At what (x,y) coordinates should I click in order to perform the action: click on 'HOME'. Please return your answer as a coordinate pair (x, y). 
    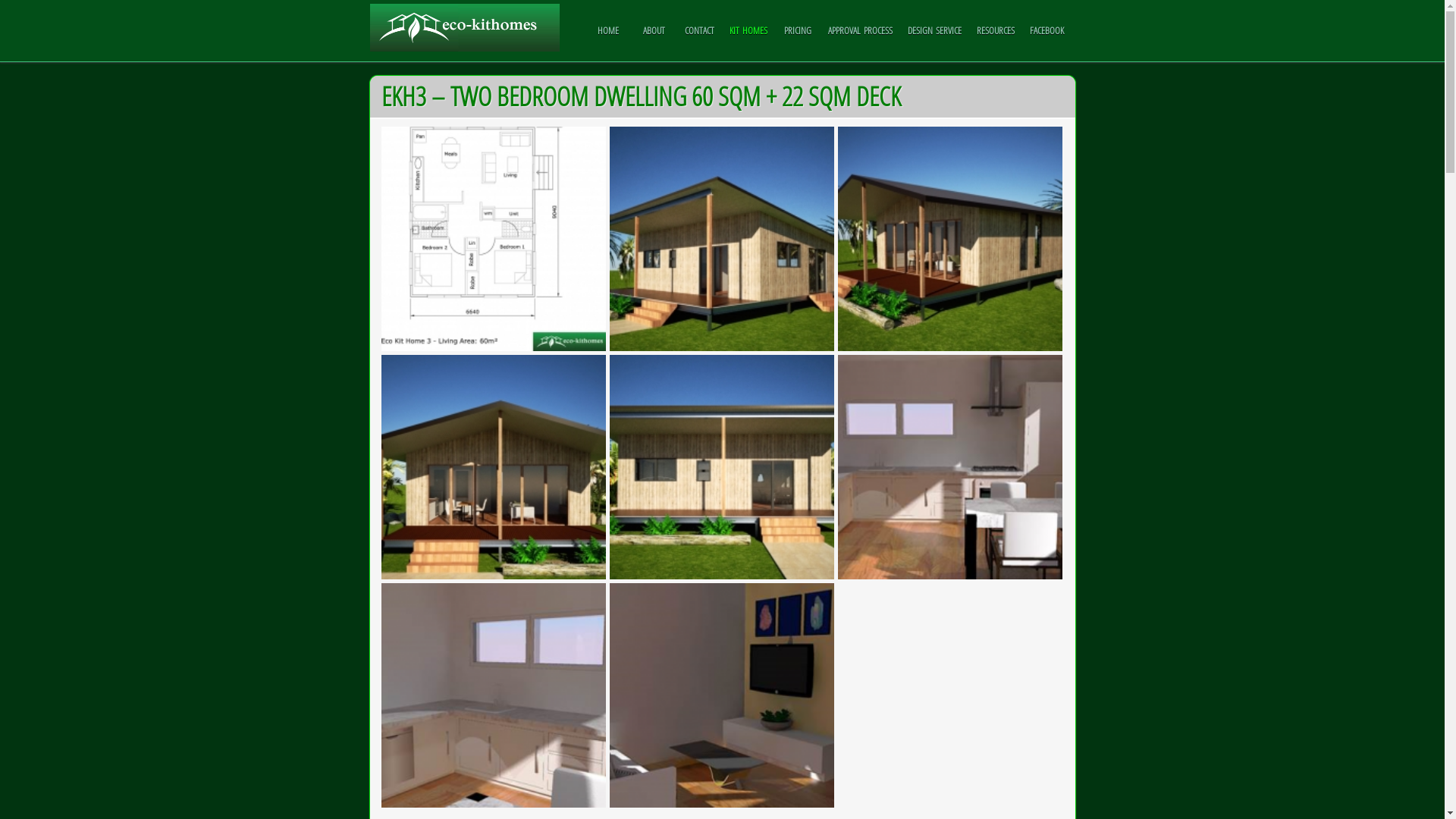
    Looking at the image, I should click on (607, 30).